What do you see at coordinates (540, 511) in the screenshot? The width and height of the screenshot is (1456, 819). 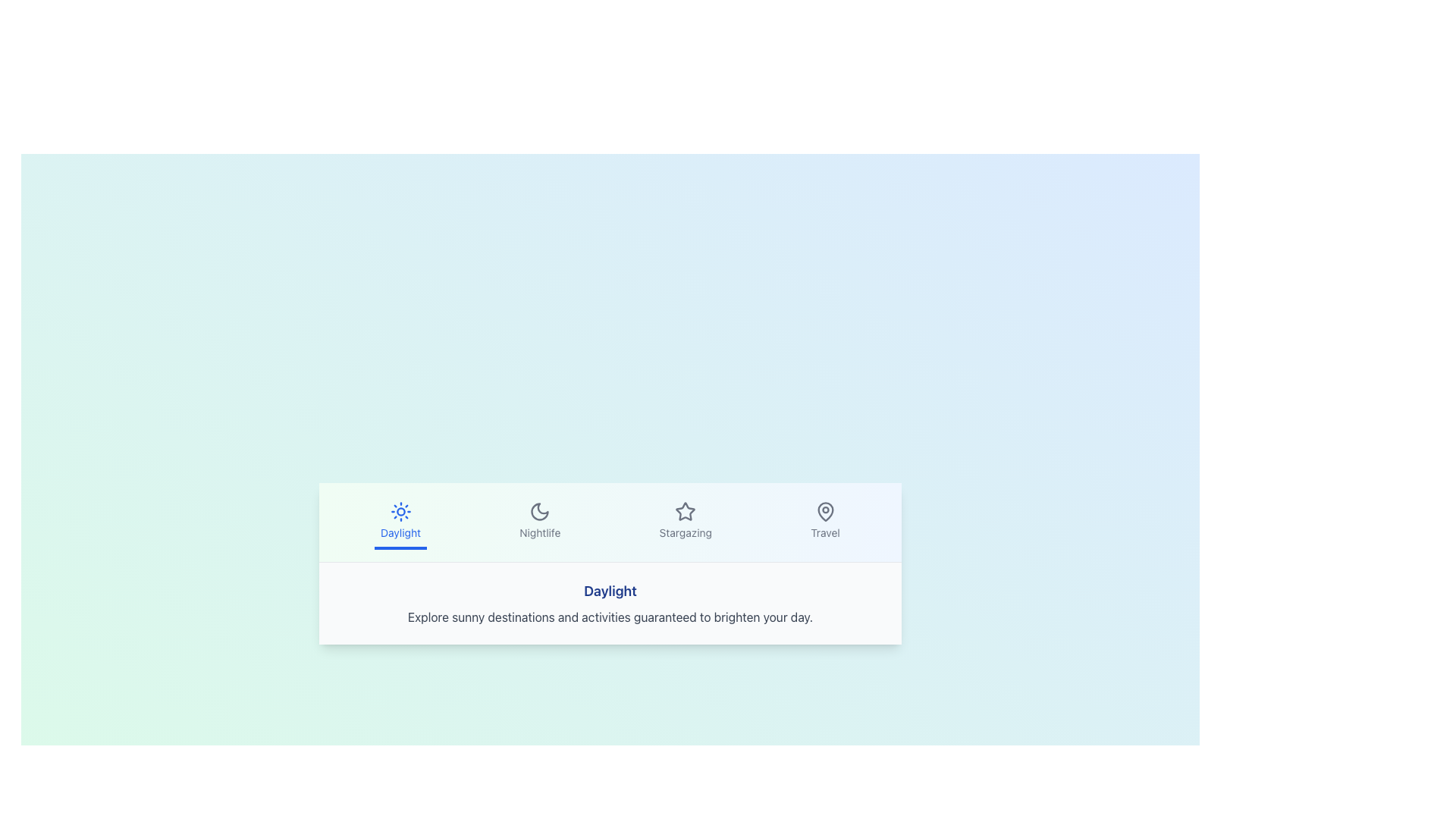 I see `the 'Nightlife' SVG icon located in the second position of the navigation menu at the bottom center of the interface` at bounding box center [540, 511].